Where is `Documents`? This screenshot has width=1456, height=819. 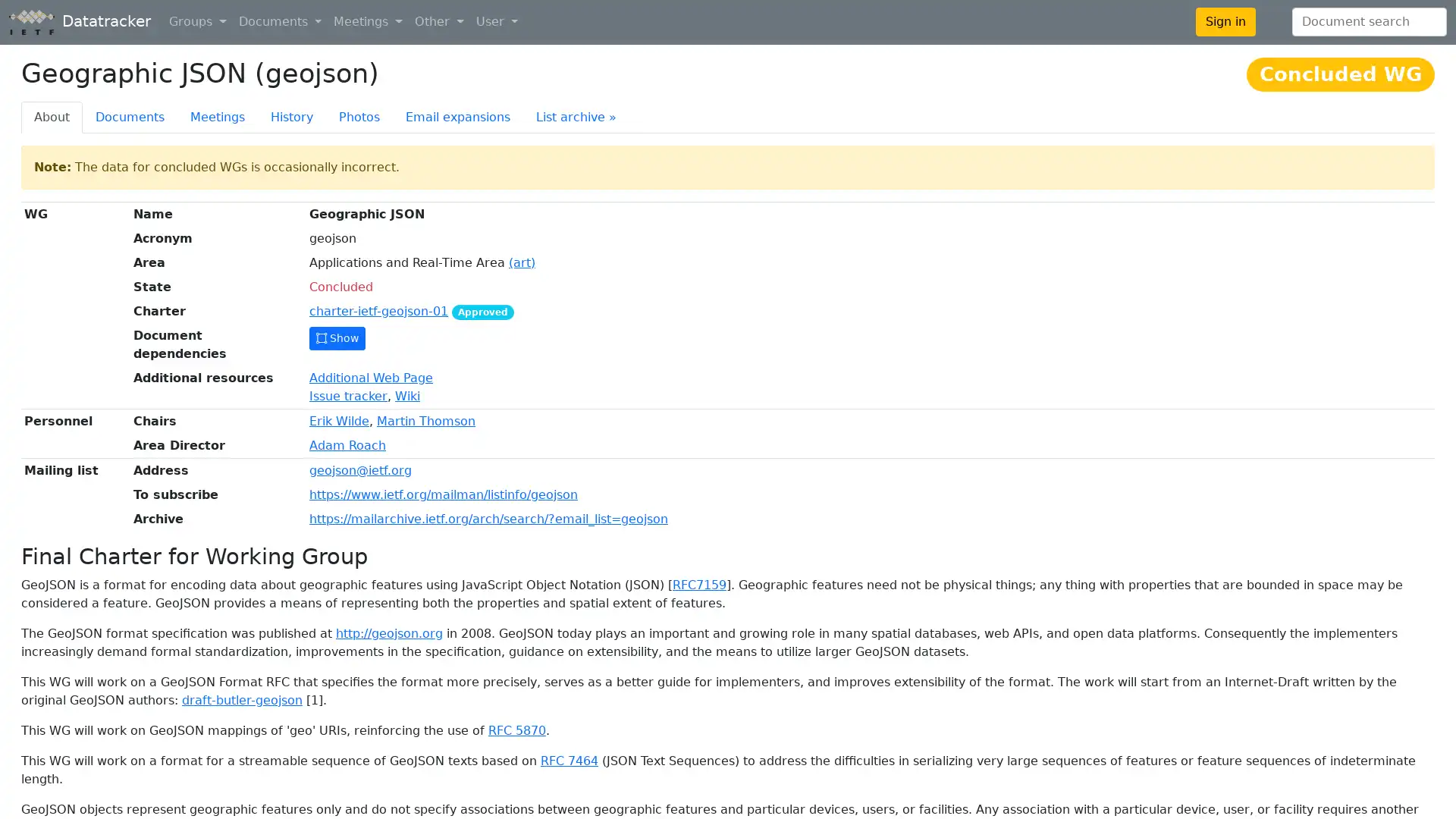
Documents is located at coordinates (280, 22).